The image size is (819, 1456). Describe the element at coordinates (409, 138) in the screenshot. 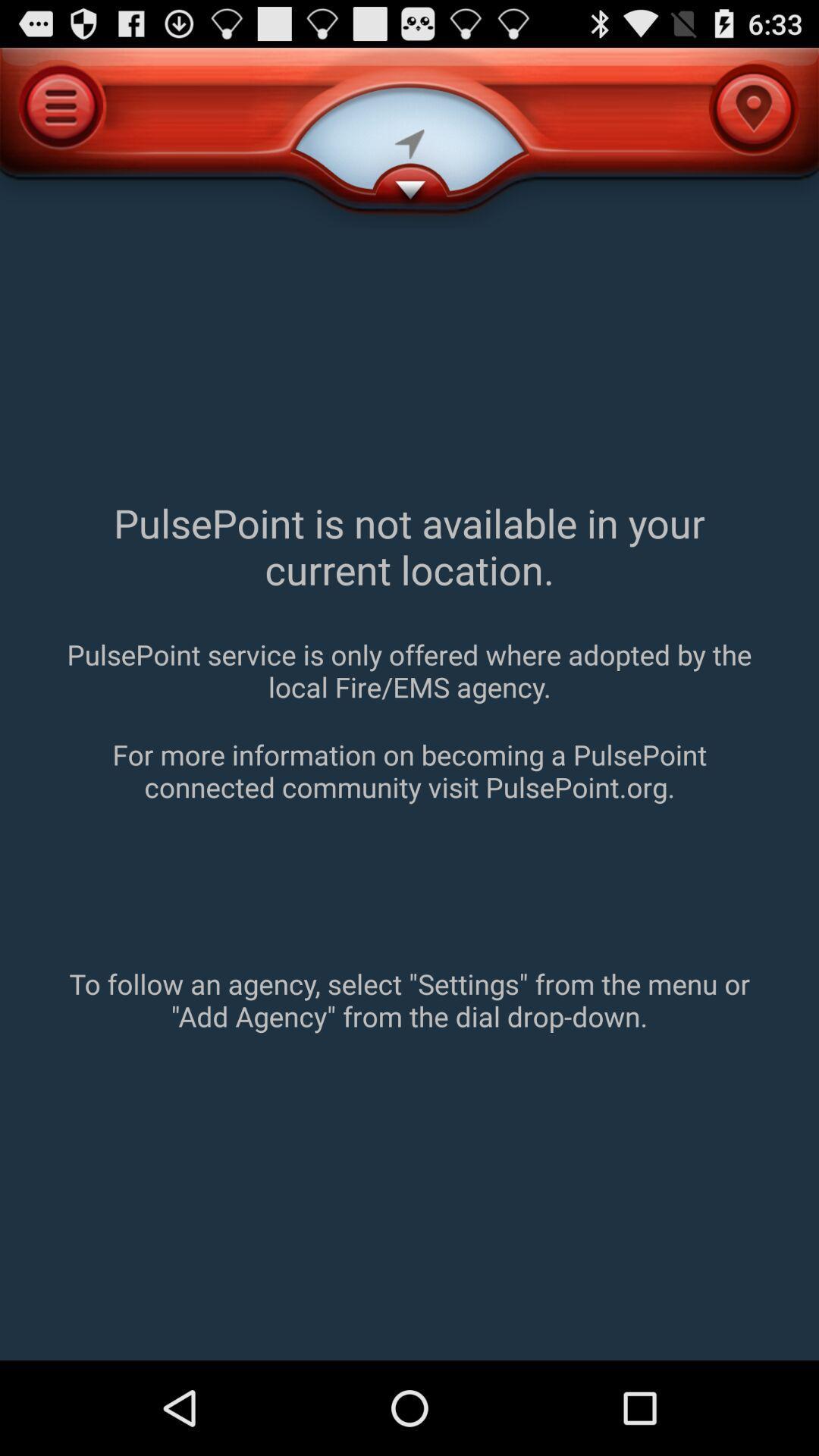

I see `the icon next to the menu icon` at that location.